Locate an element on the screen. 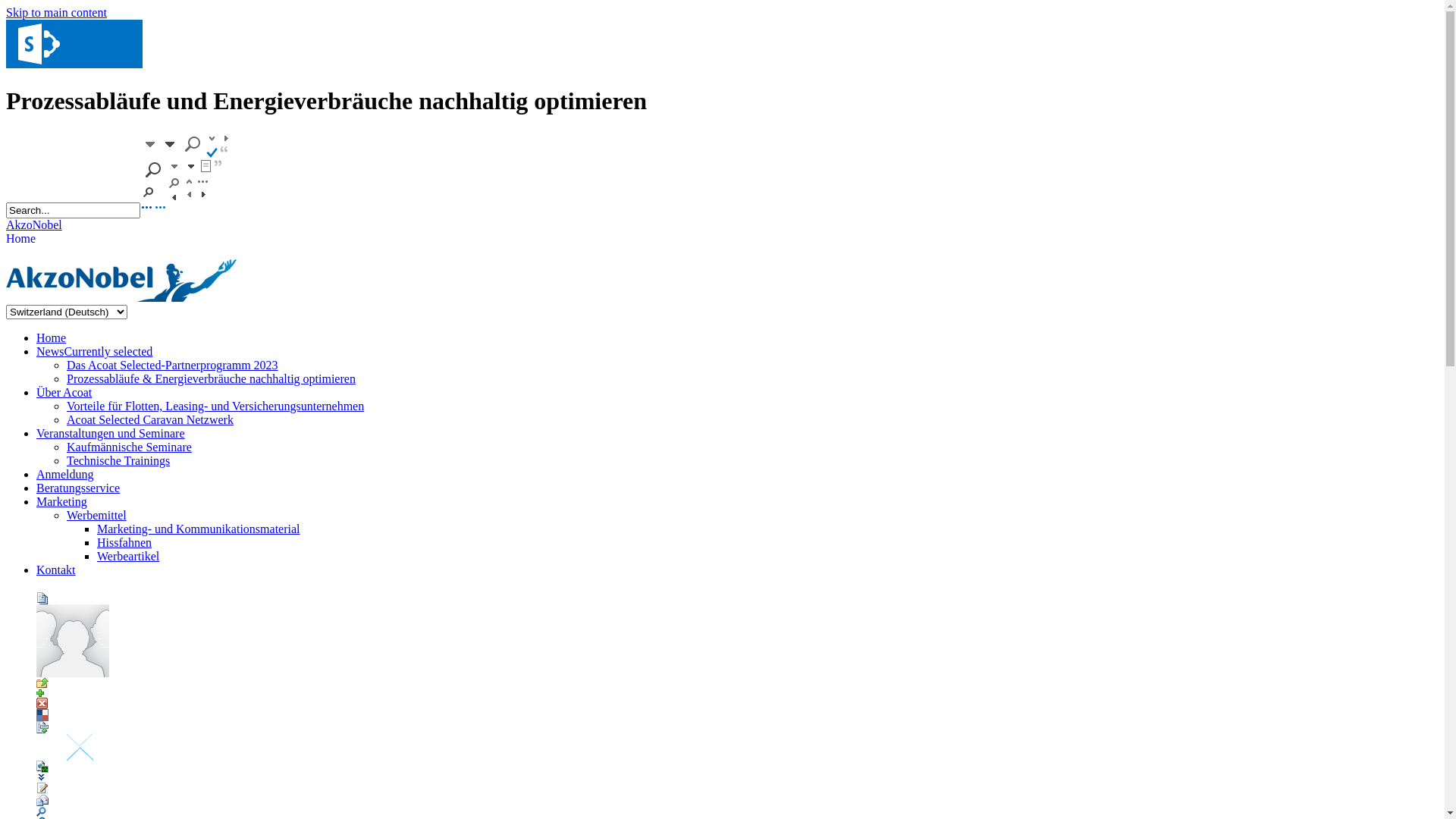 This screenshot has height=819, width=1456. 'Anmeldung' is located at coordinates (64, 473).